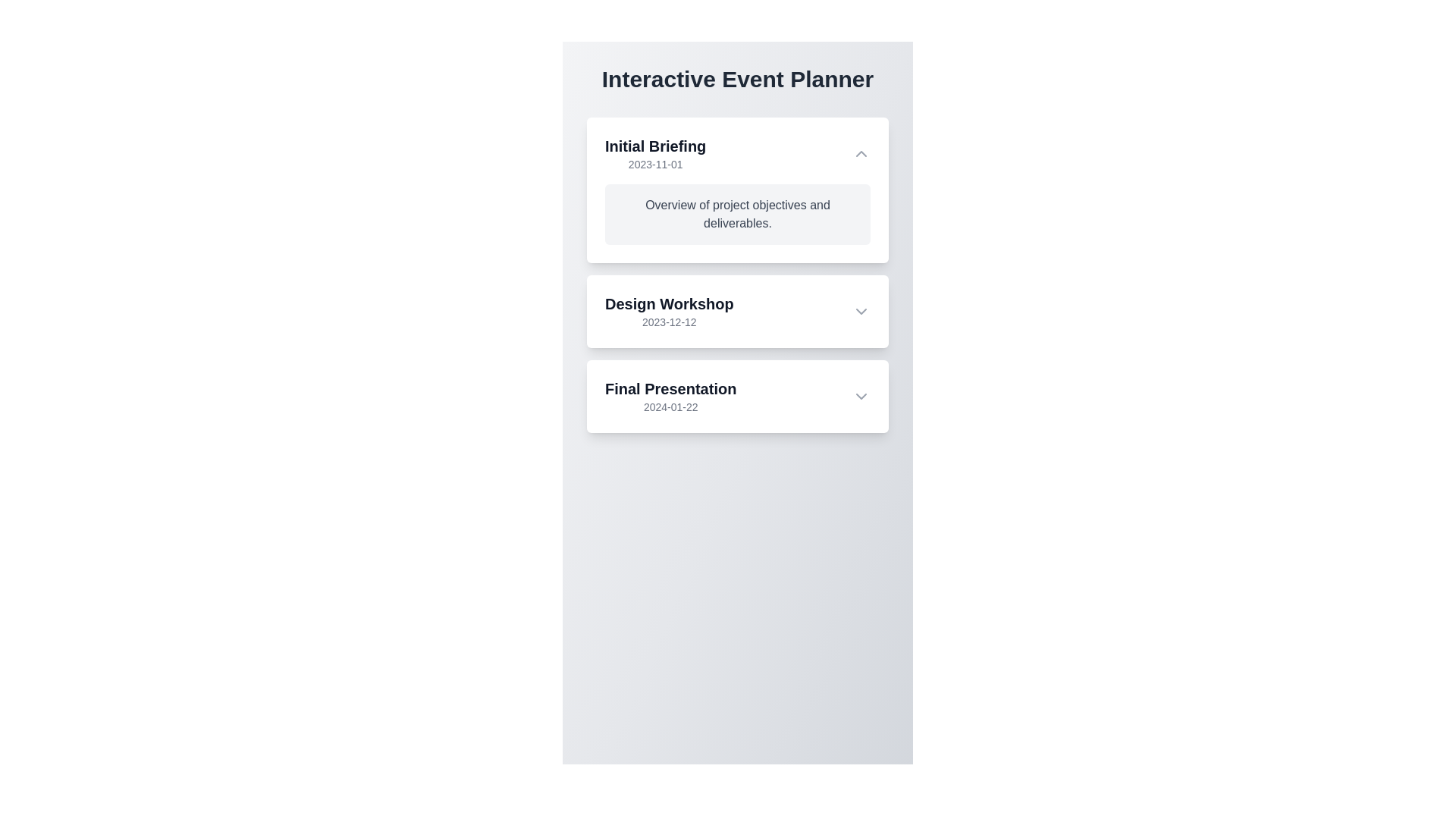  What do you see at coordinates (655, 146) in the screenshot?
I see `Text Label that serves as the heading for the first card in a vertical list of cards` at bounding box center [655, 146].